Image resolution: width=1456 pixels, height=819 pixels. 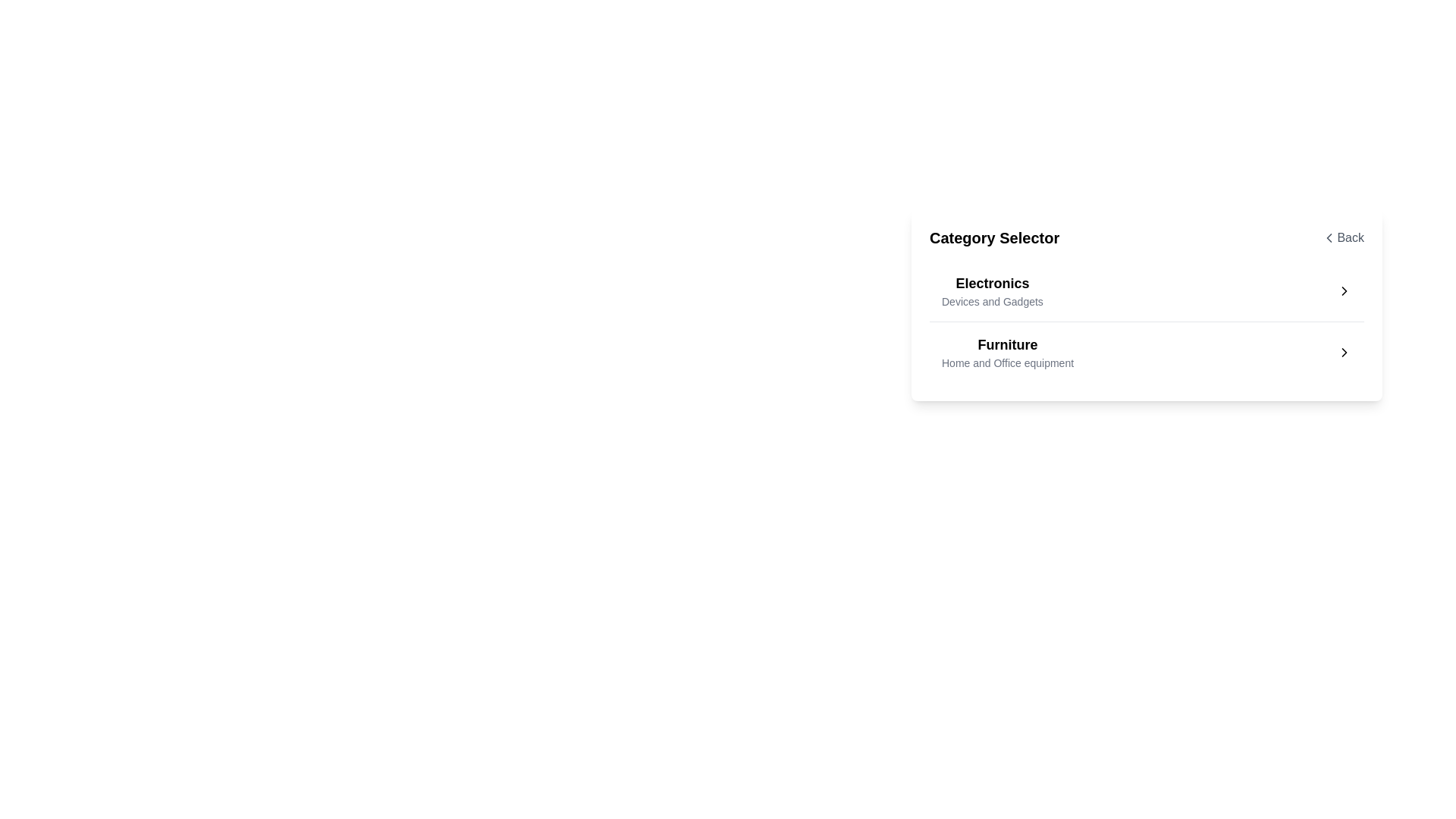 I want to click on the small gray text block reading 'Home and Office equipment' that is located directly below the bold title 'Furniture', so click(x=1008, y=362).